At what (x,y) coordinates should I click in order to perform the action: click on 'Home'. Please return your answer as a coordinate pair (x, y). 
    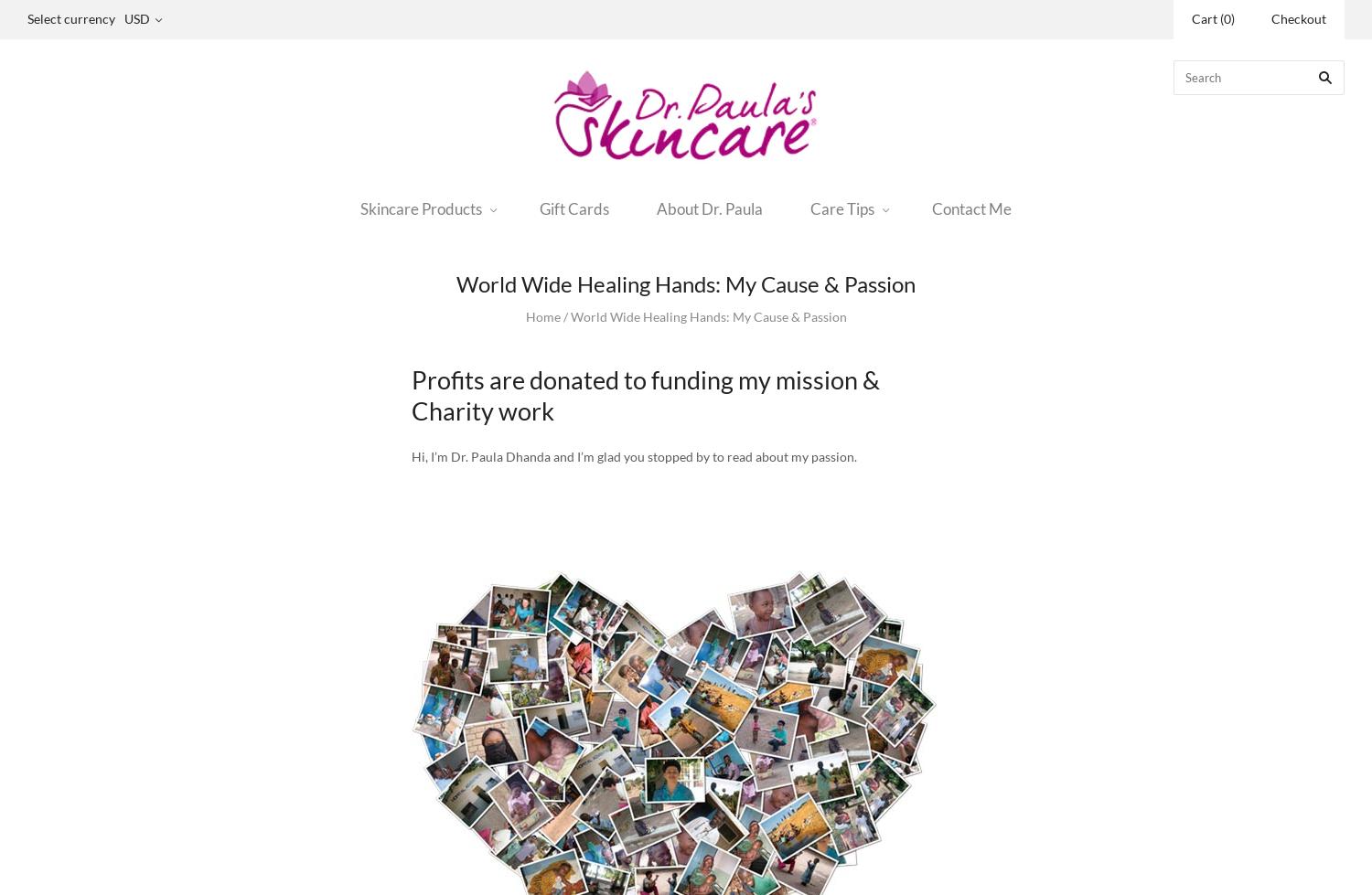
    Looking at the image, I should click on (541, 316).